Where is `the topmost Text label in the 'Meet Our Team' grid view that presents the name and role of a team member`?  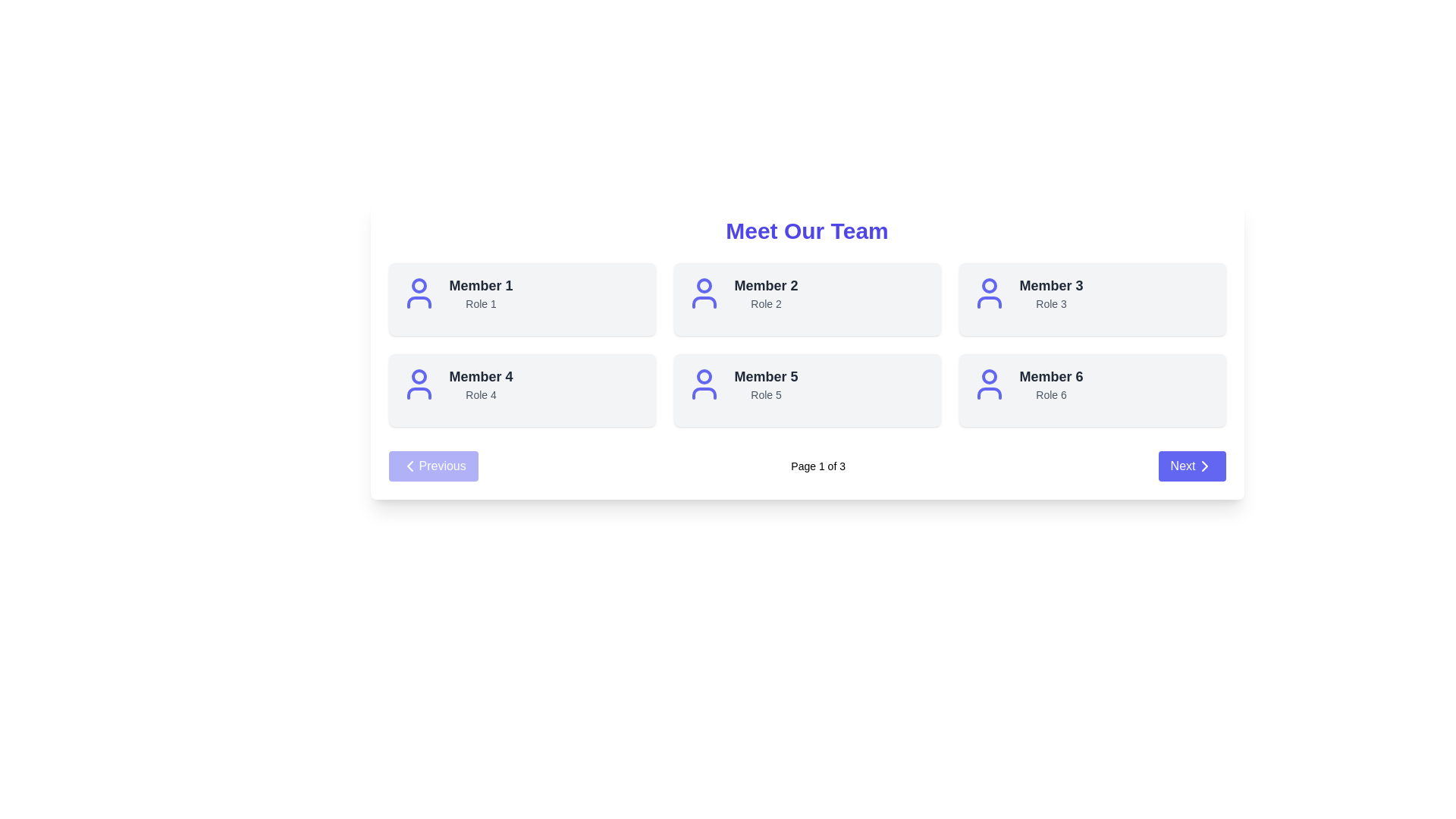 the topmost Text label in the 'Meet Our Team' grid view that presents the name and role of a team member is located at coordinates (480, 293).